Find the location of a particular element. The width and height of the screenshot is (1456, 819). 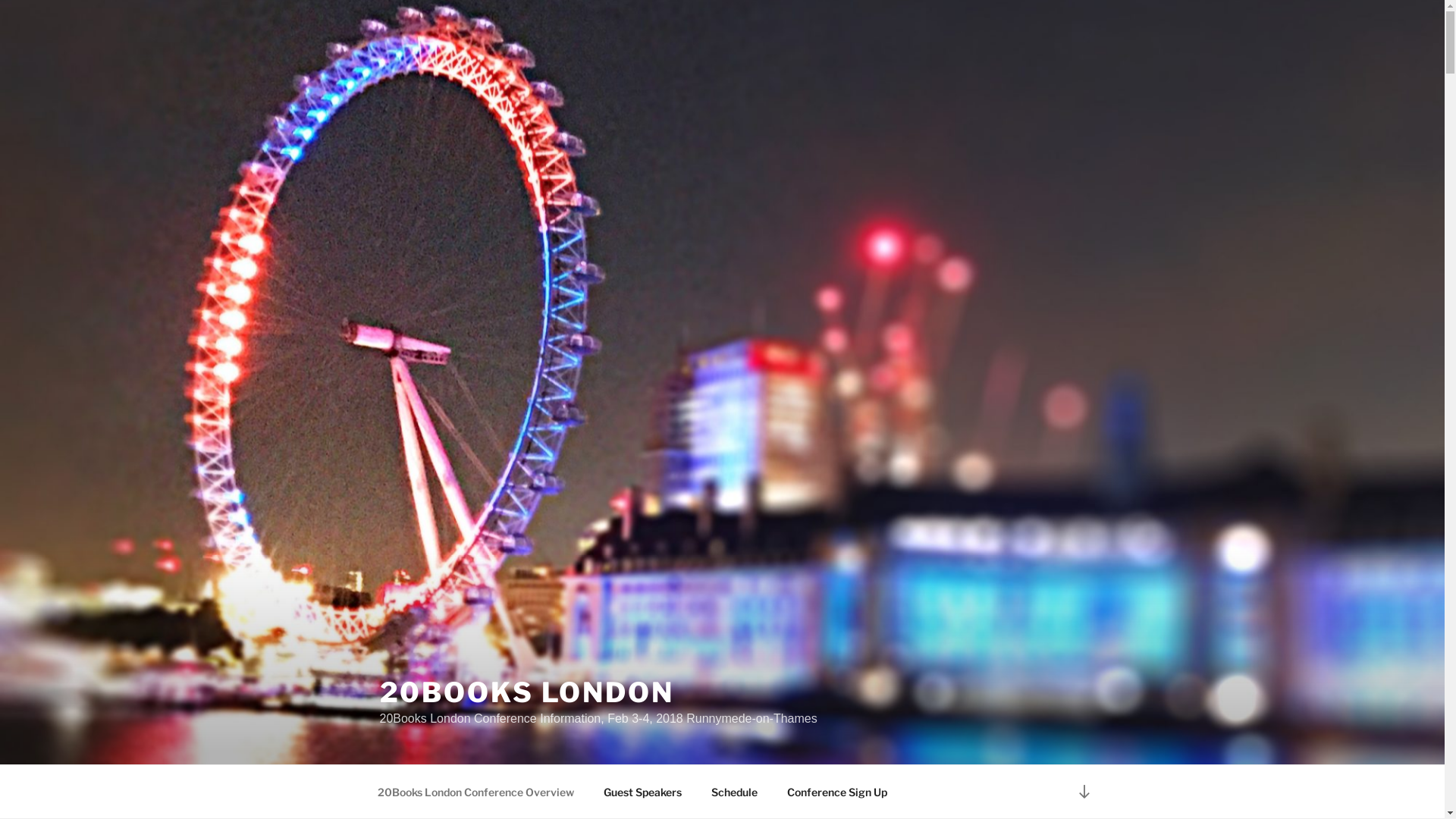

'20BOOKS LONDON' is located at coordinates (526, 692).